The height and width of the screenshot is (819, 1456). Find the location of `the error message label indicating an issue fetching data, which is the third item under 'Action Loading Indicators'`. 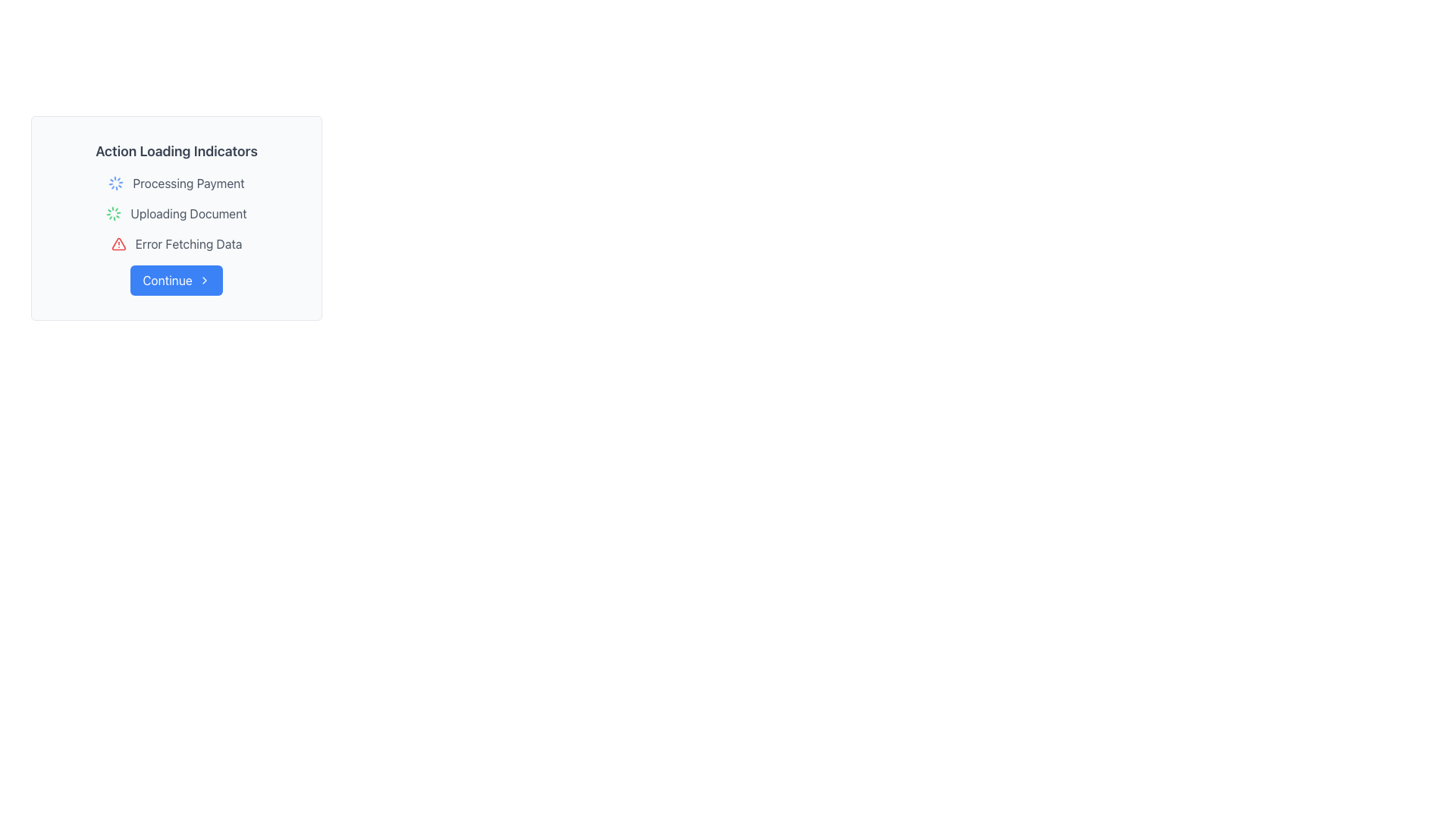

the error message label indicating an issue fetching data, which is the third item under 'Action Loading Indicators' is located at coordinates (177, 243).